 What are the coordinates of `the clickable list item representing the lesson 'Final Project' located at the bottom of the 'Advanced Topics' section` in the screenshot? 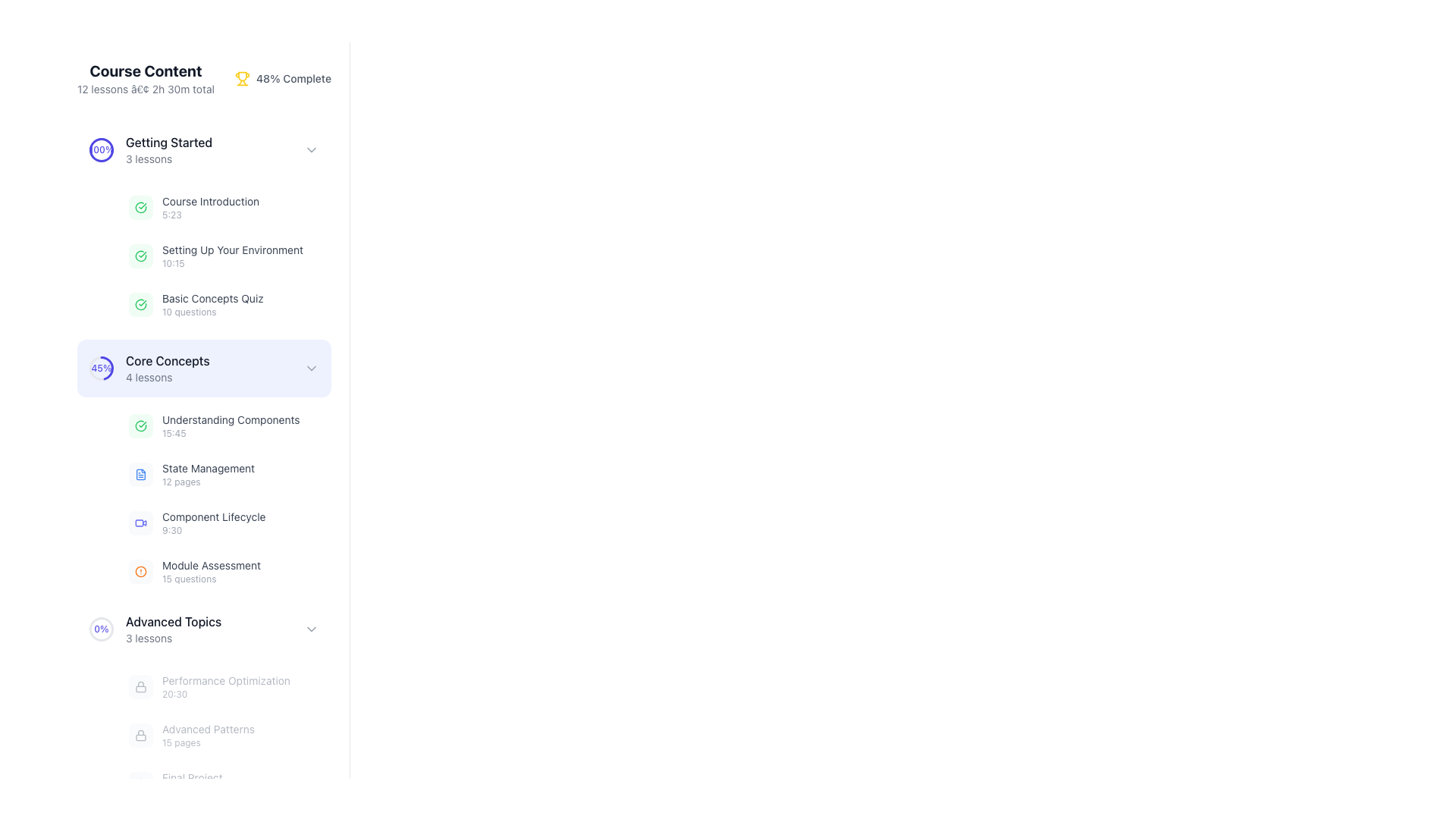 It's located at (224, 783).